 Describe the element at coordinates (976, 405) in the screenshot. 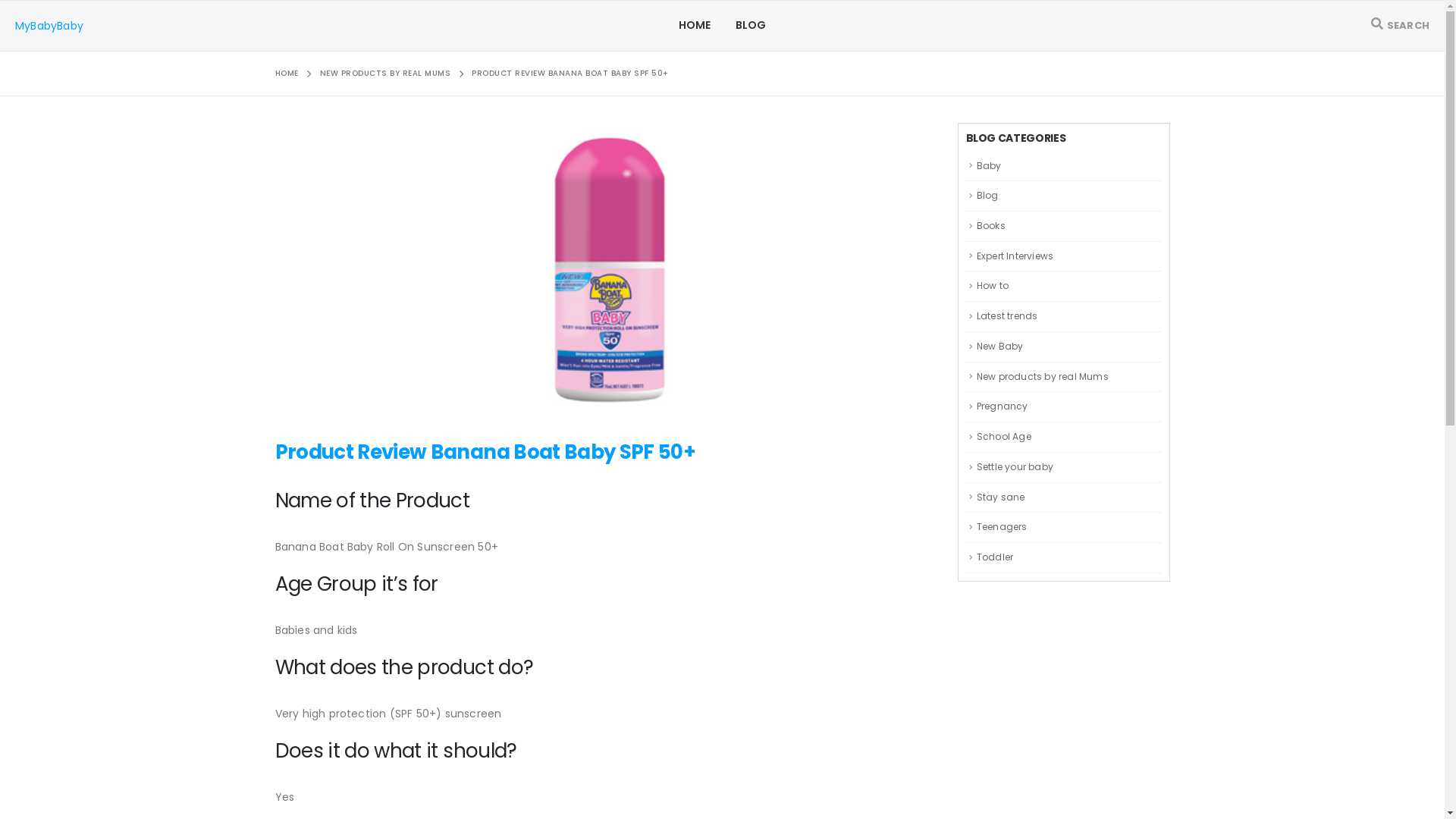

I see `'Pregnancy'` at that location.